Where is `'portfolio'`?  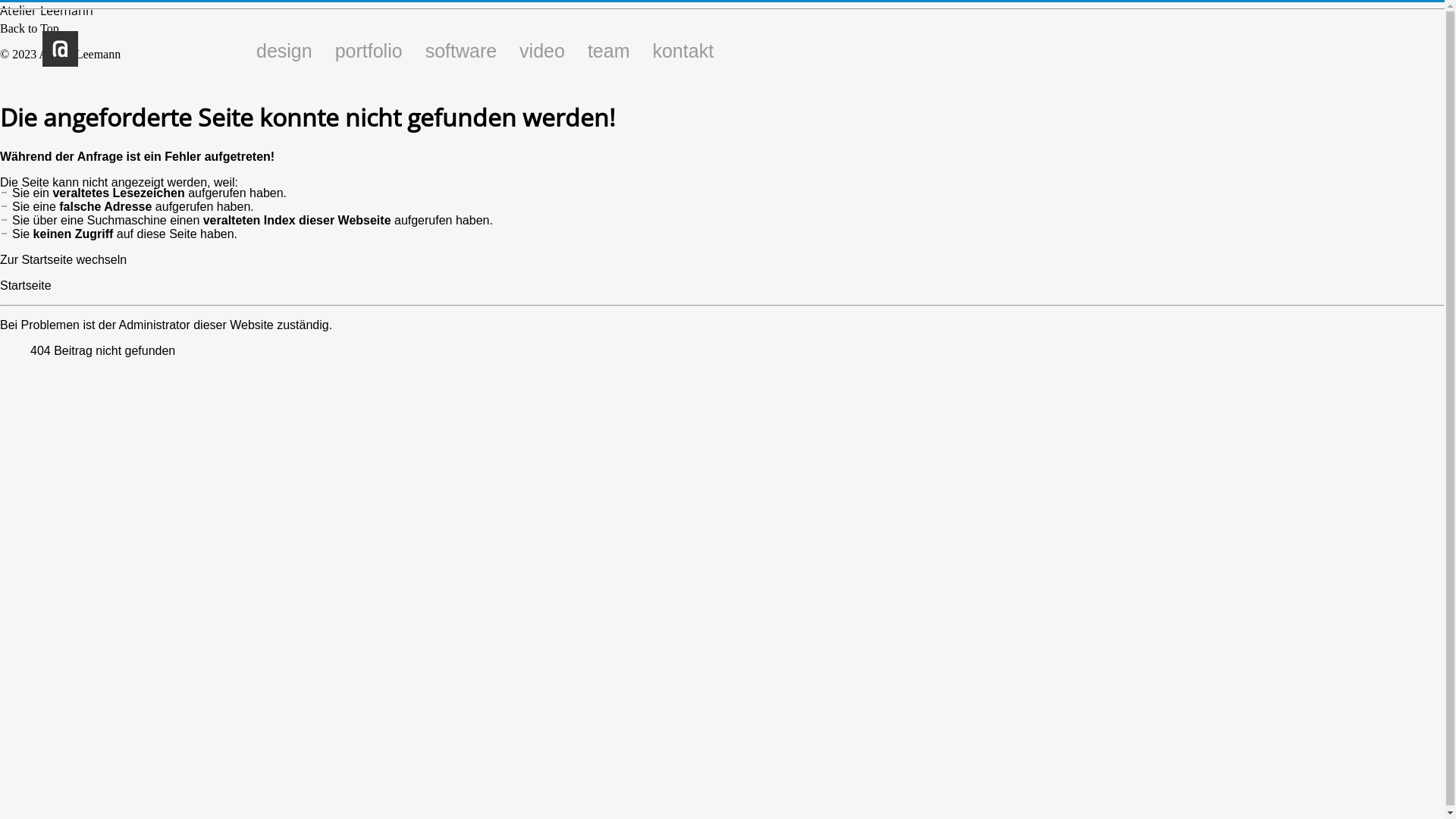 'portfolio' is located at coordinates (369, 49).